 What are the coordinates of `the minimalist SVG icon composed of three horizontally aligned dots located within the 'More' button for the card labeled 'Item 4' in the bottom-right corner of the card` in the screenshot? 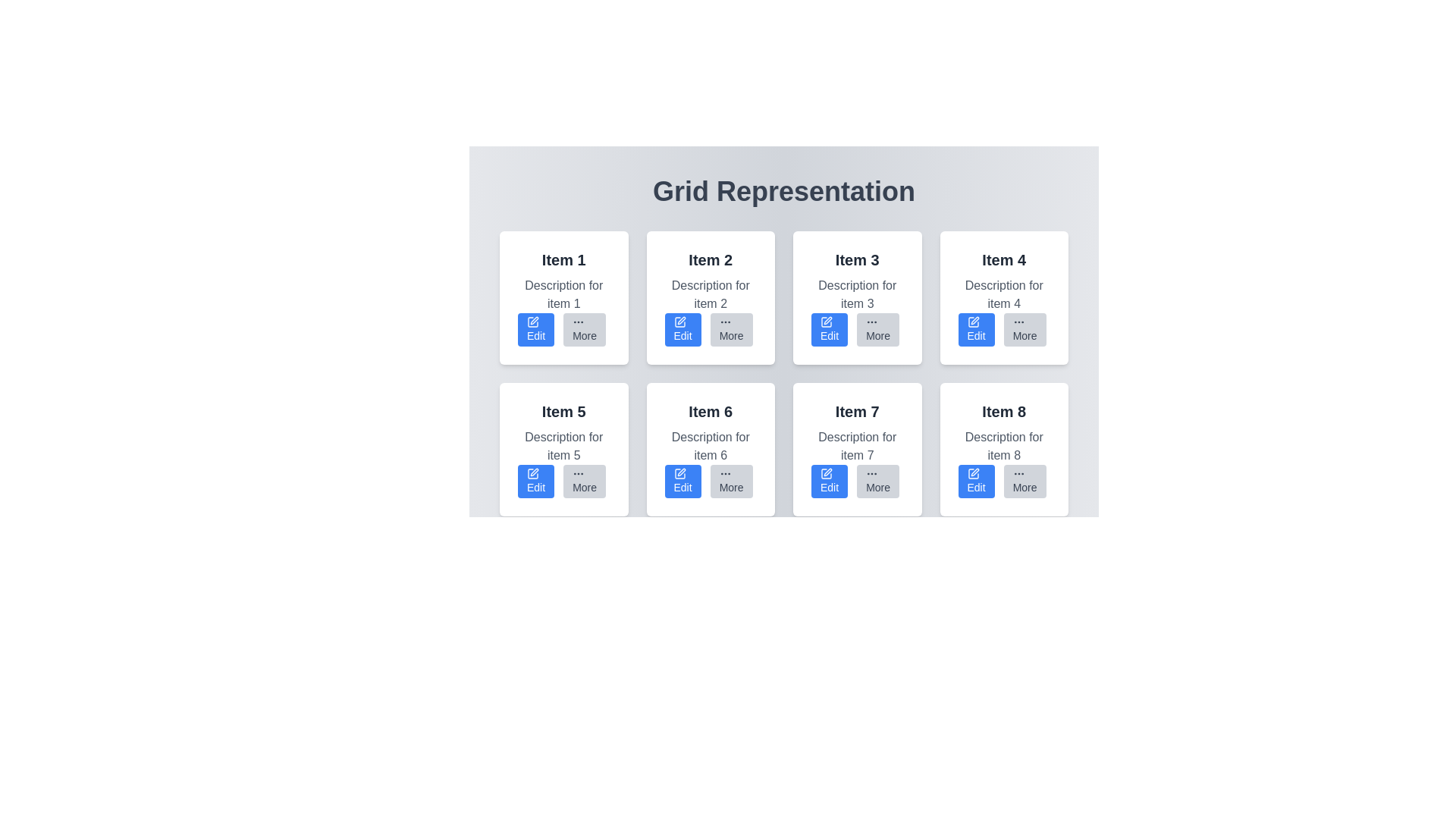 It's located at (1018, 321).